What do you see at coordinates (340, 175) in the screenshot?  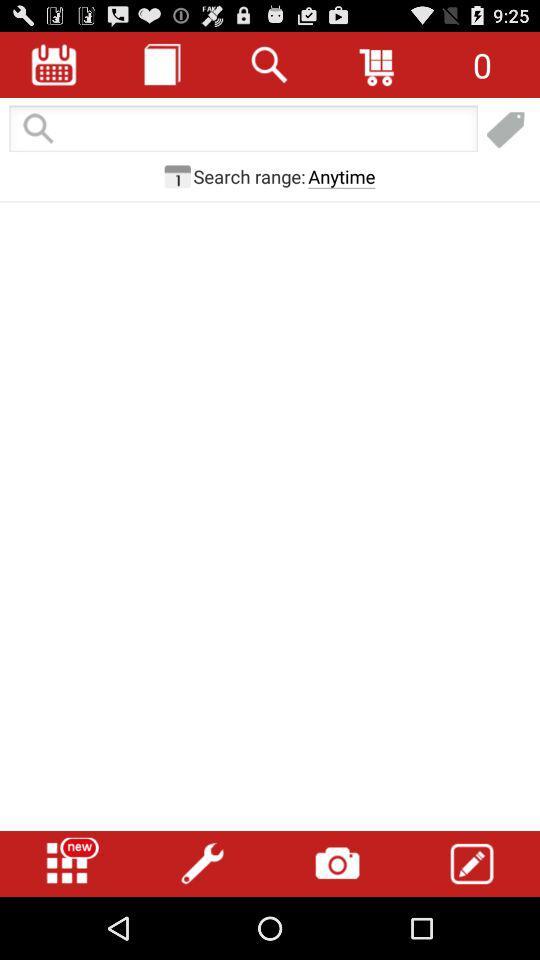 I see `the anytime button` at bounding box center [340, 175].